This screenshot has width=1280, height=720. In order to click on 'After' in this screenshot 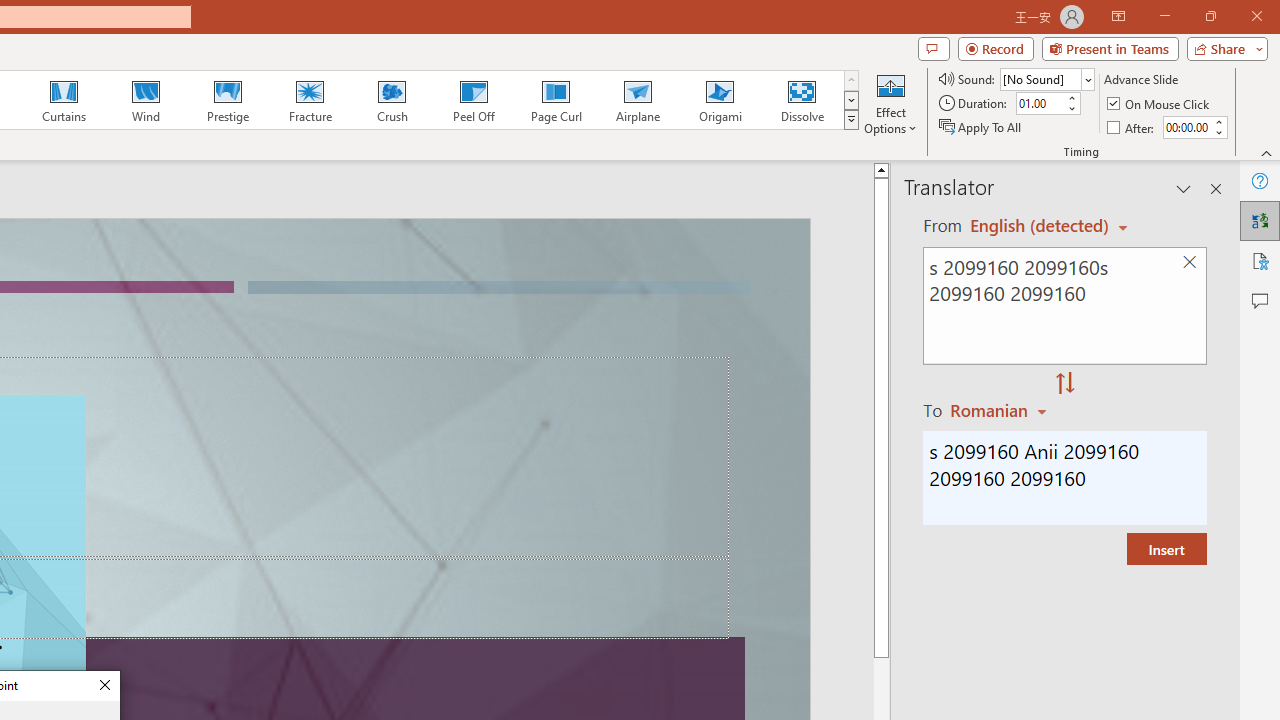, I will do `click(1132, 127)`.